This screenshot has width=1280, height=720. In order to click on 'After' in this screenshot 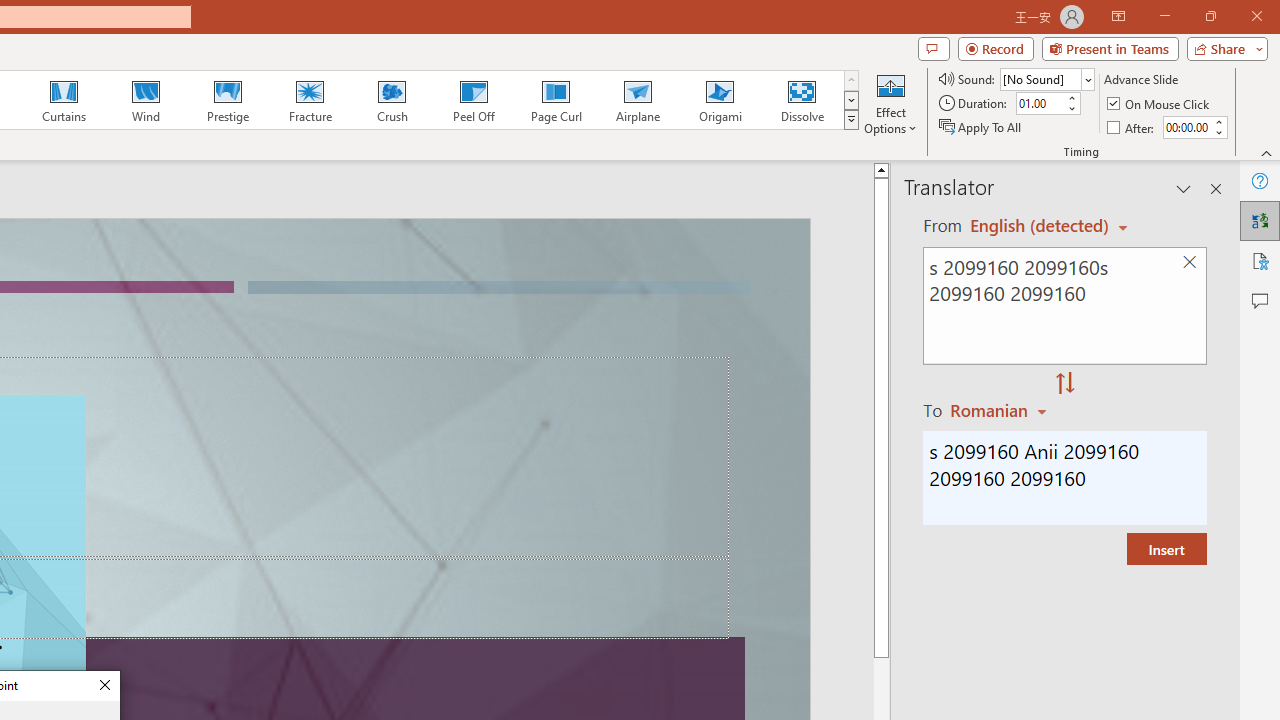, I will do `click(1132, 127)`.